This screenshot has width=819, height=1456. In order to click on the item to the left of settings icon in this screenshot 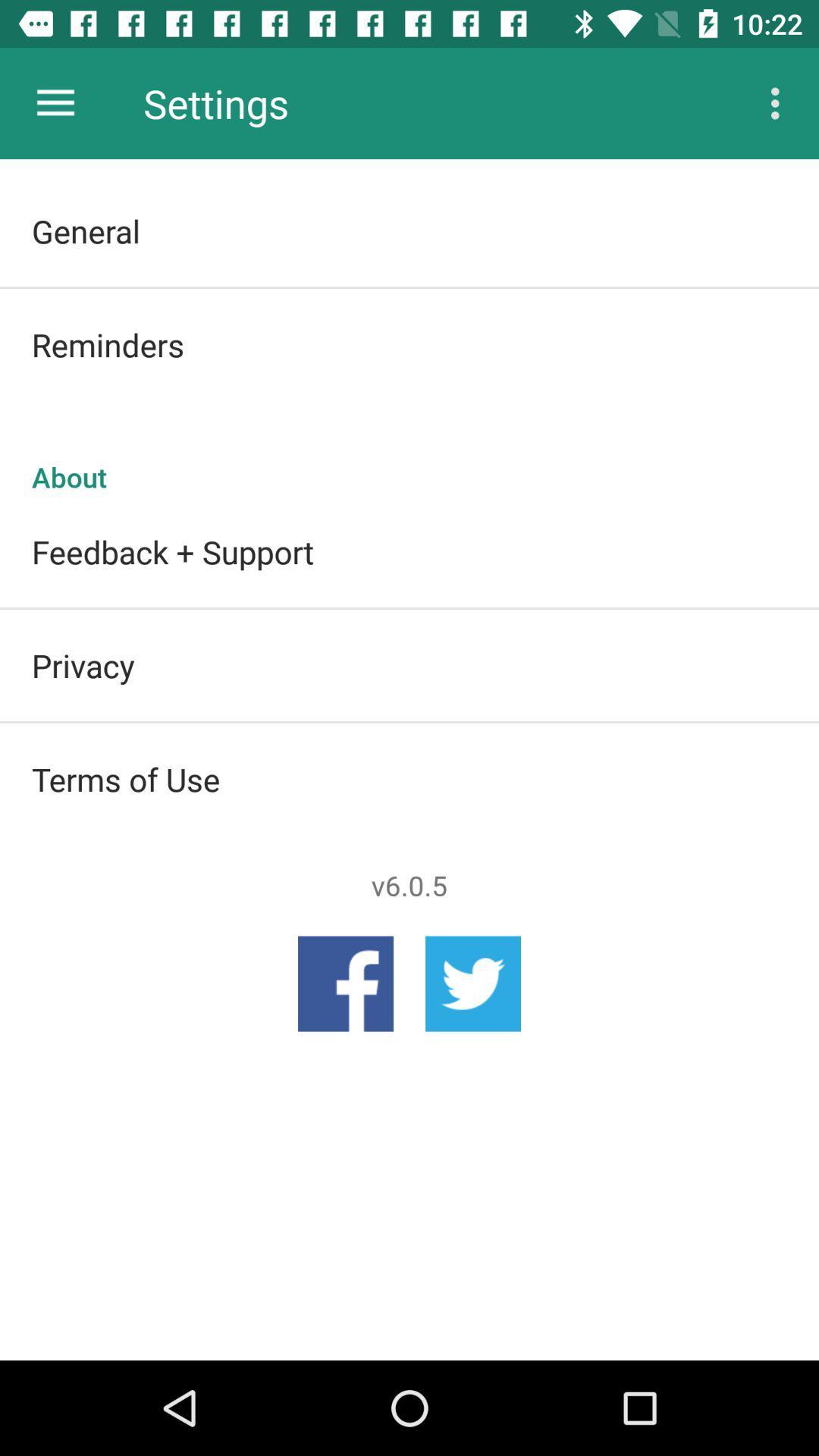, I will do `click(55, 102)`.